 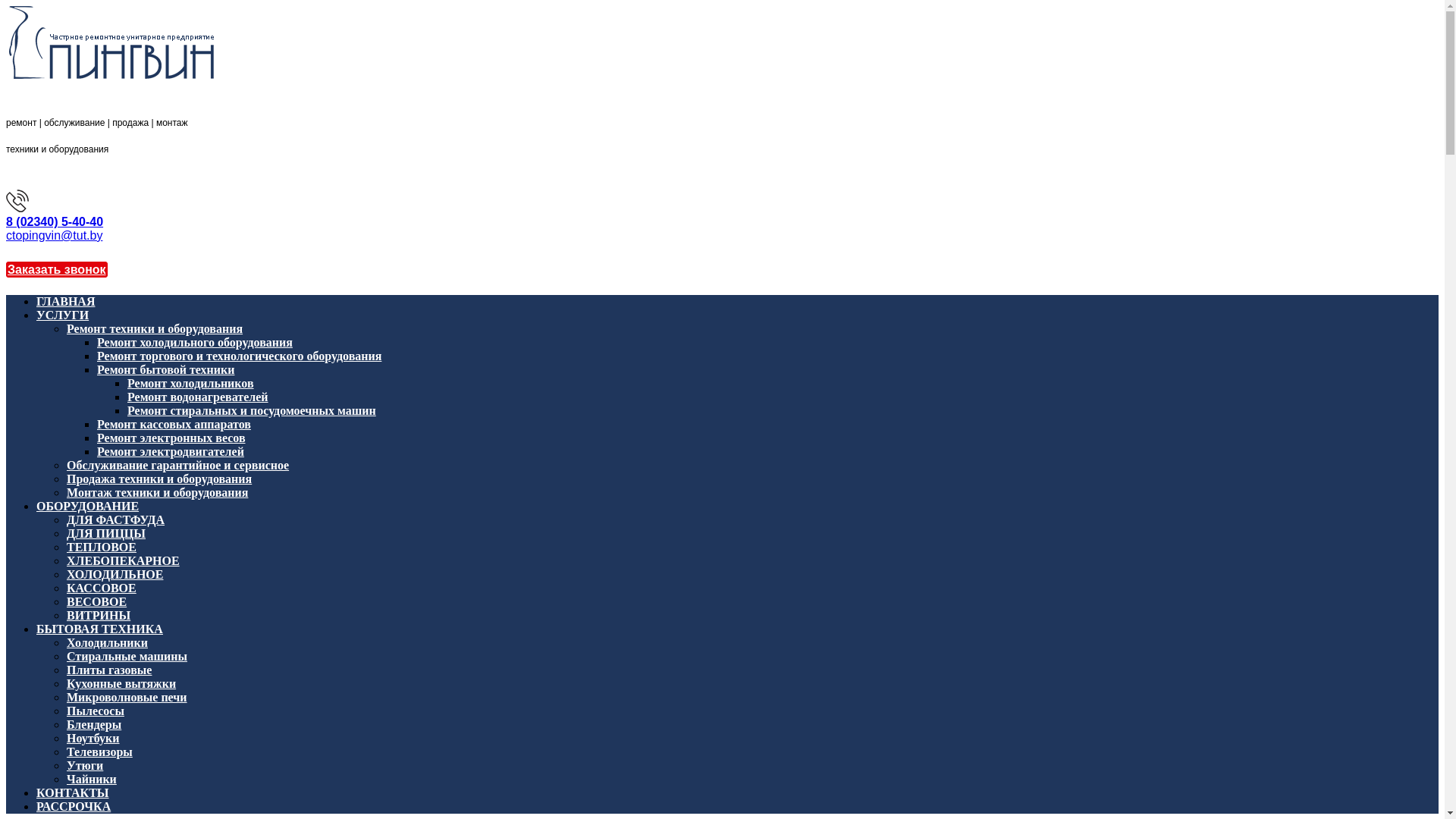 I want to click on '8 (02340) 5-40-40', so click(x=55, y=221).